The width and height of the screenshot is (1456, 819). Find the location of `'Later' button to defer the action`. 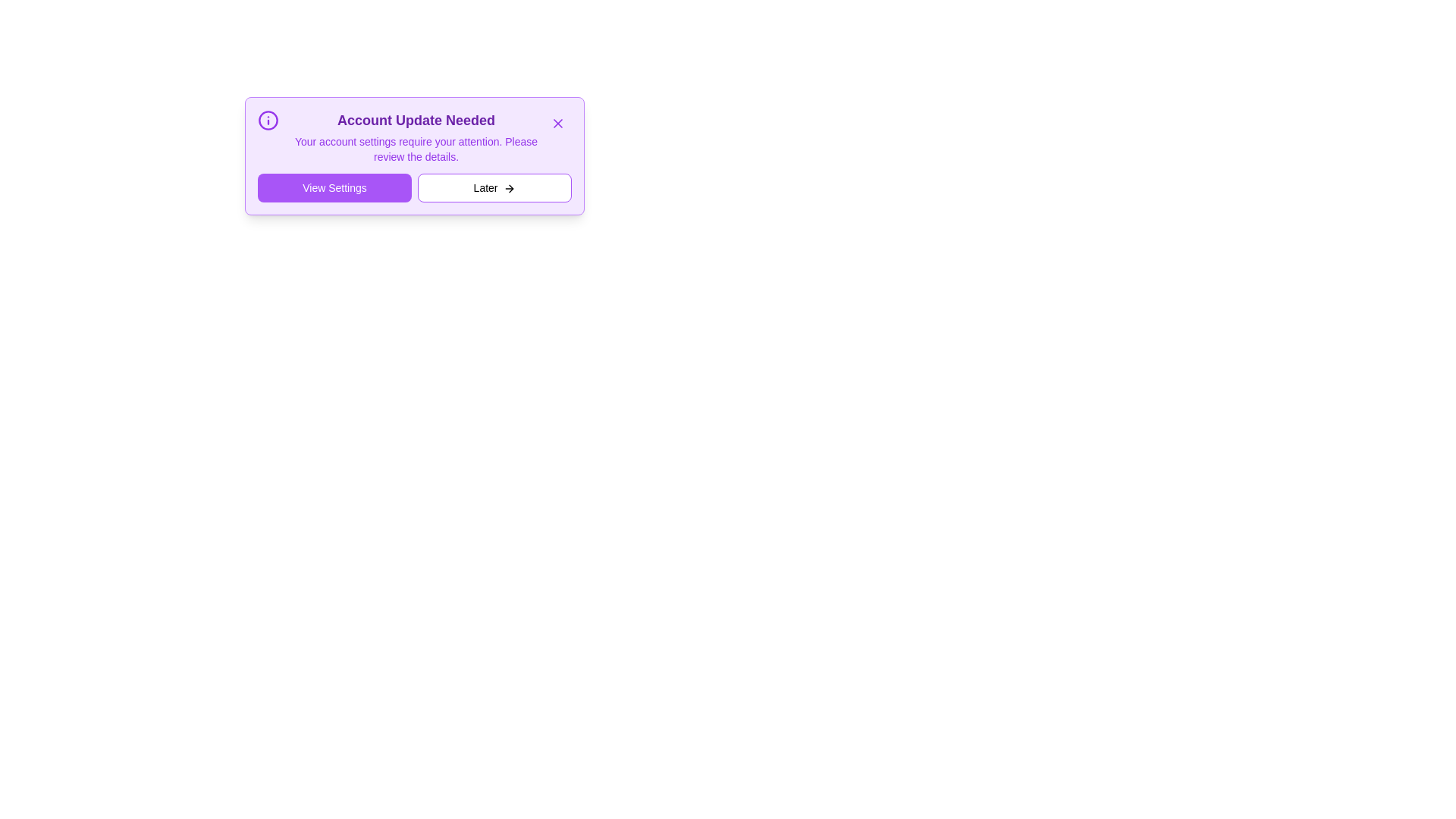

'Later' button to defer the action is located at coordinates (494, 187).